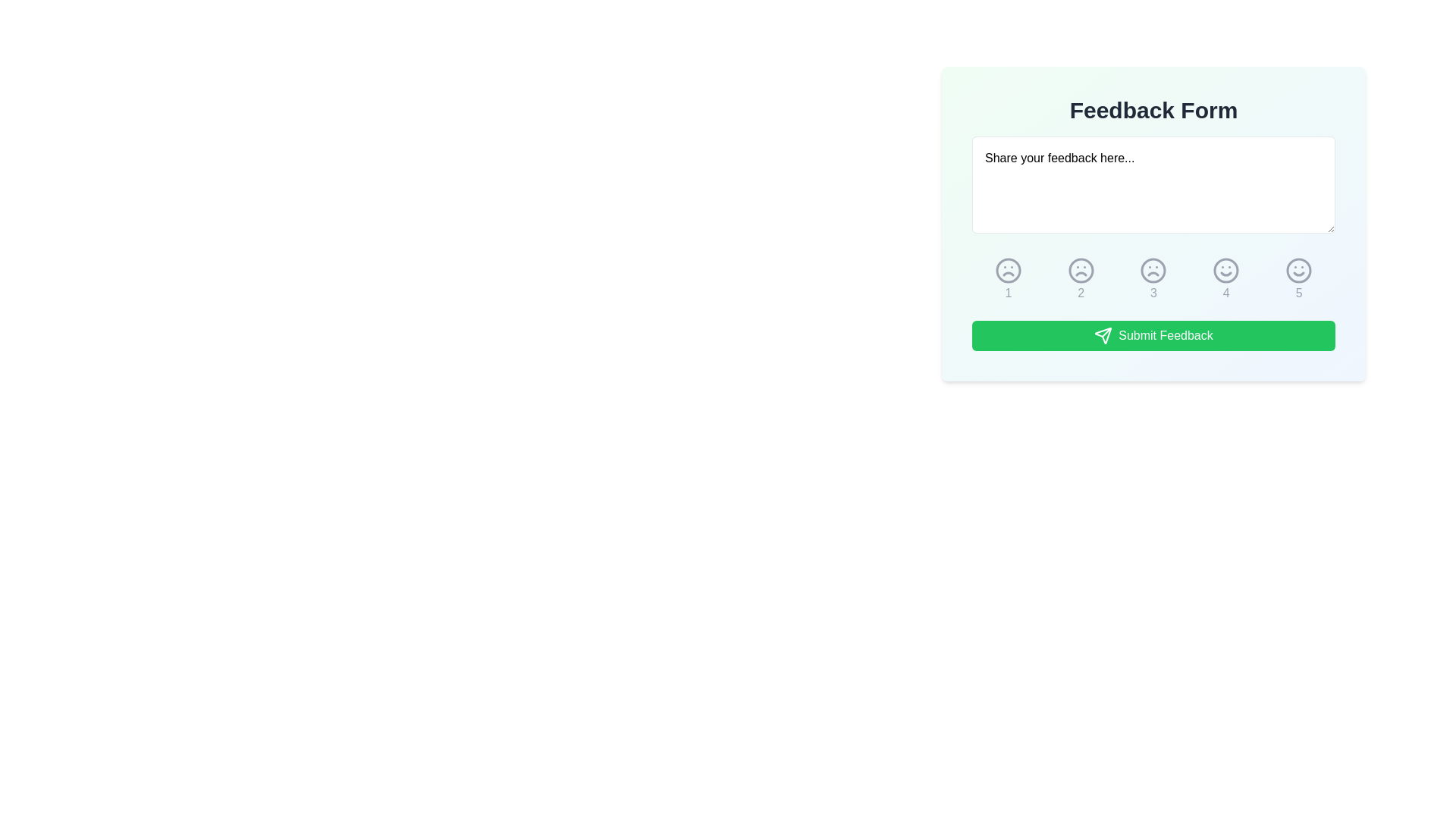 This screenshot has height=819, width=1456. Describe the element at coordinates (1008, 270) in the screenshot. I see `the first facial expression icon in the feedback form` at that location.